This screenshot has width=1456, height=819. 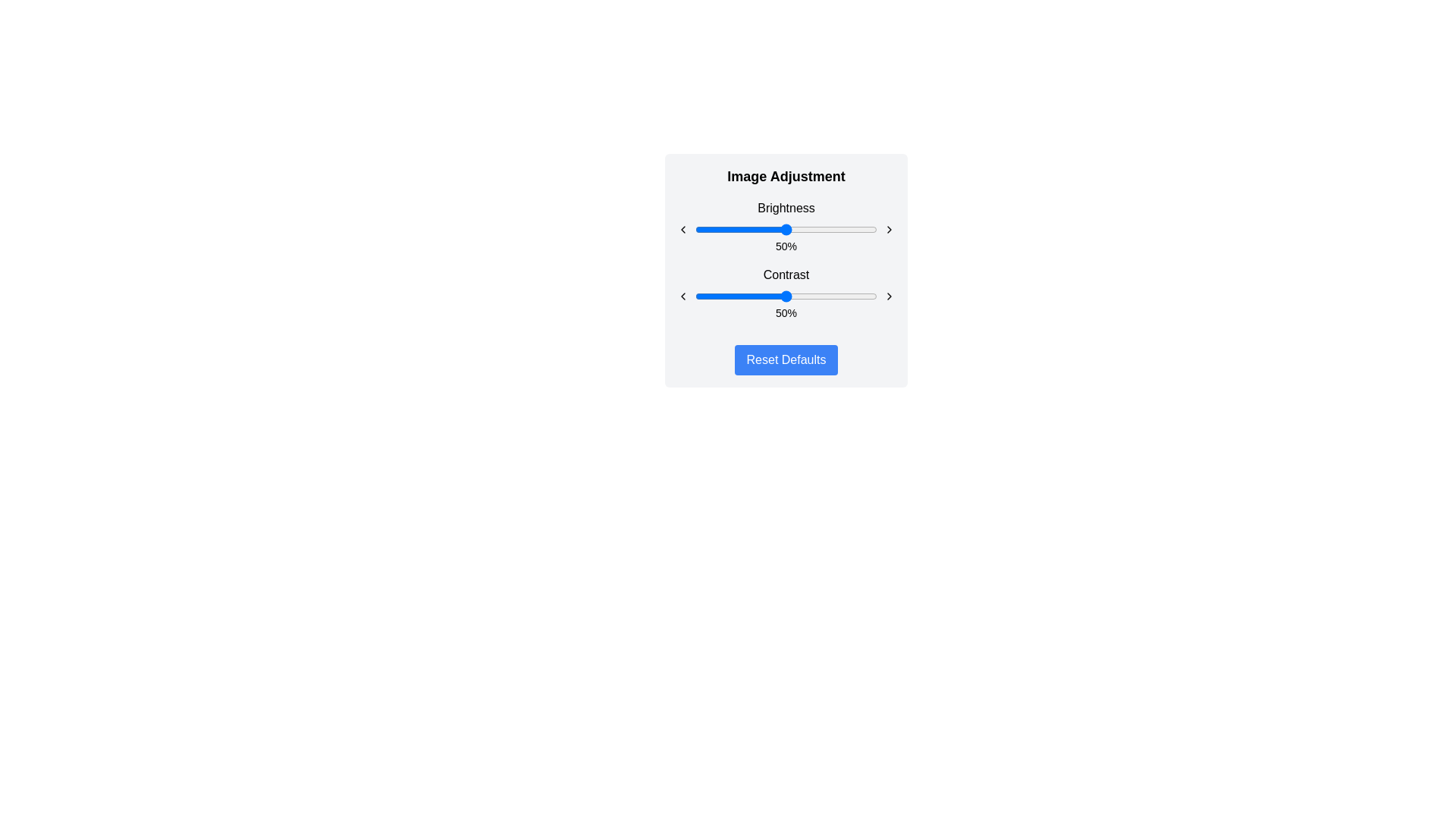 What do you see at coordinates (827, 230) in the screenshot?
I see `brightness` at bounding box center [827, 230].